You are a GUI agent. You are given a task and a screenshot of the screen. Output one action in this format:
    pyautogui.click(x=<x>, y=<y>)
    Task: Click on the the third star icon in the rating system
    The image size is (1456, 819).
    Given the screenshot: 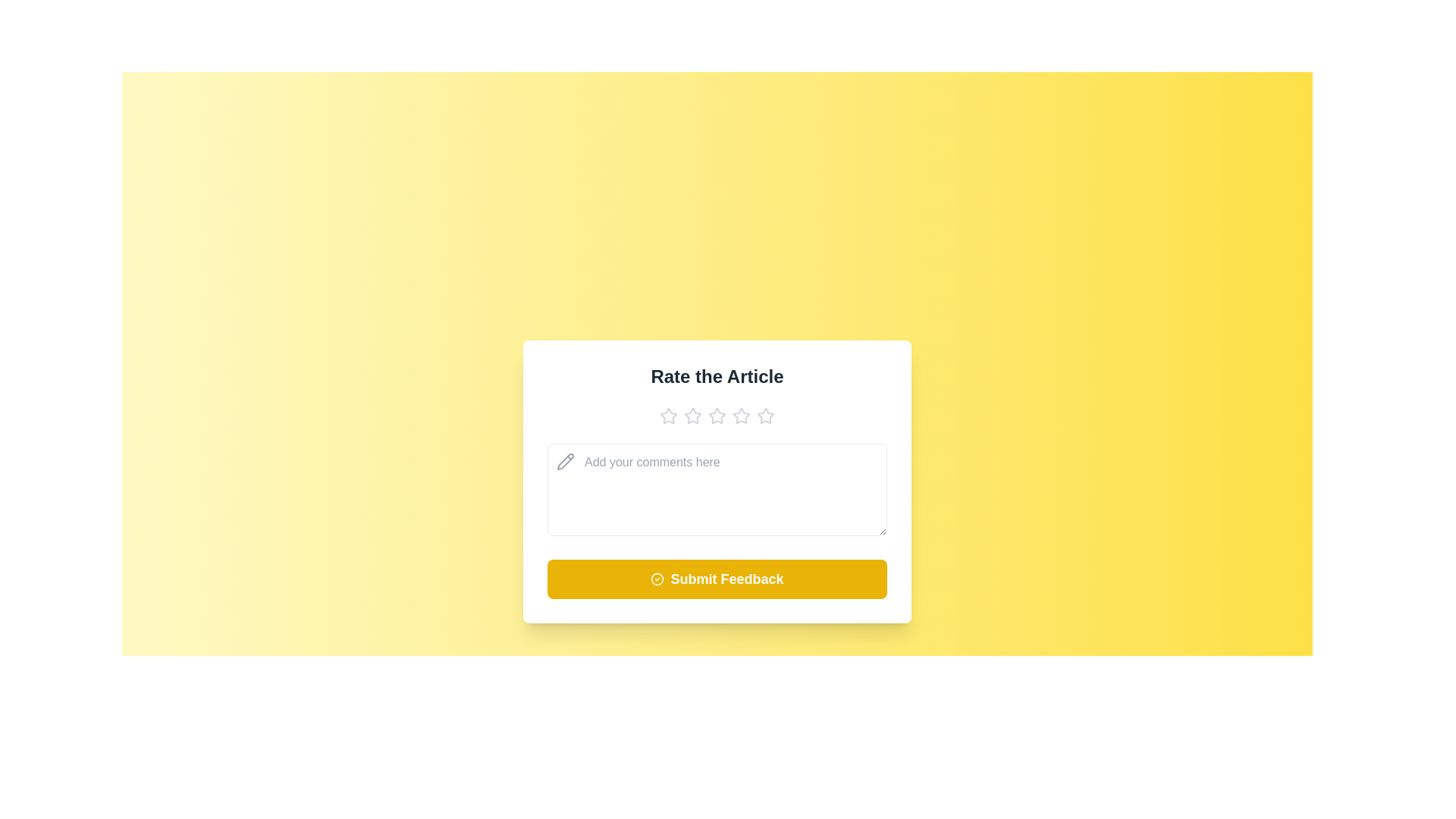 What is the action you would take?
    pyautogui.click(x=742, y=415)
    